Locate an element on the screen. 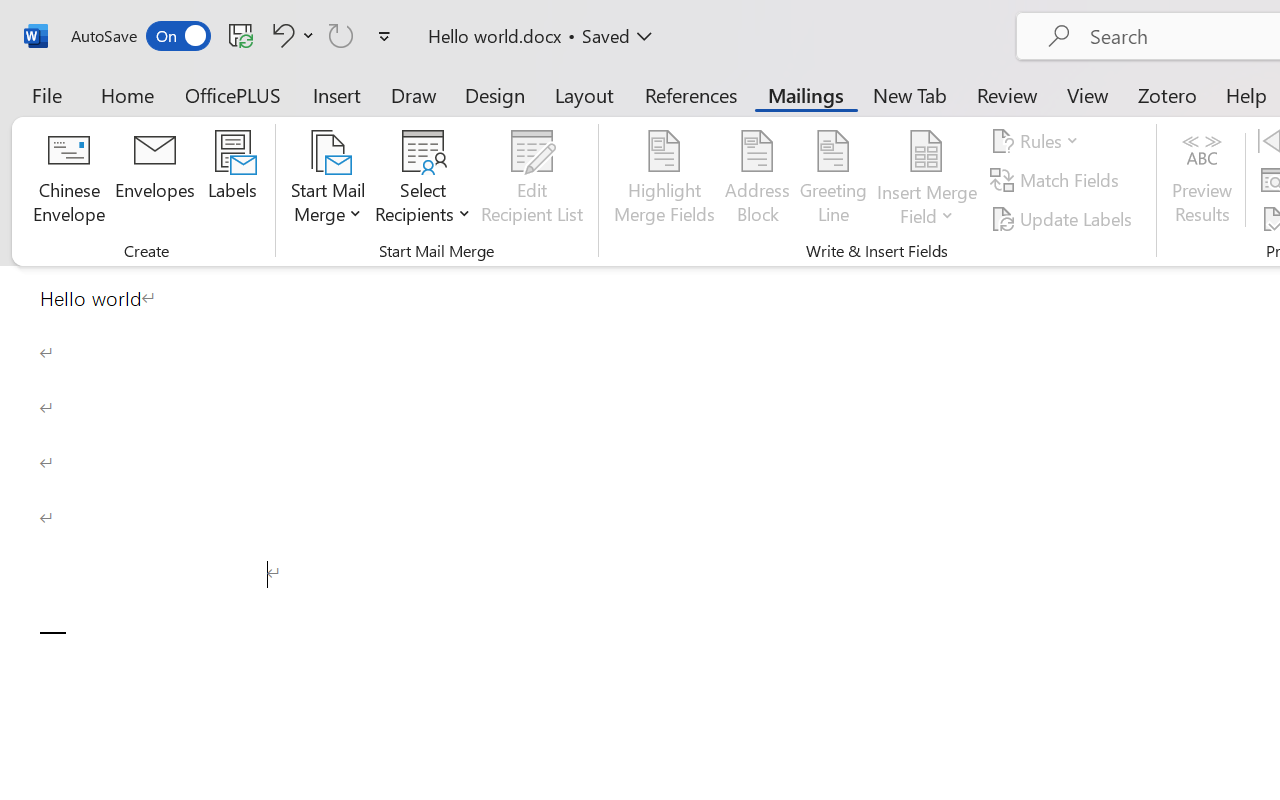 This screenshot has width=1280, height=800. 'Chinese Envelope...' is located at coordinates (69, 179).